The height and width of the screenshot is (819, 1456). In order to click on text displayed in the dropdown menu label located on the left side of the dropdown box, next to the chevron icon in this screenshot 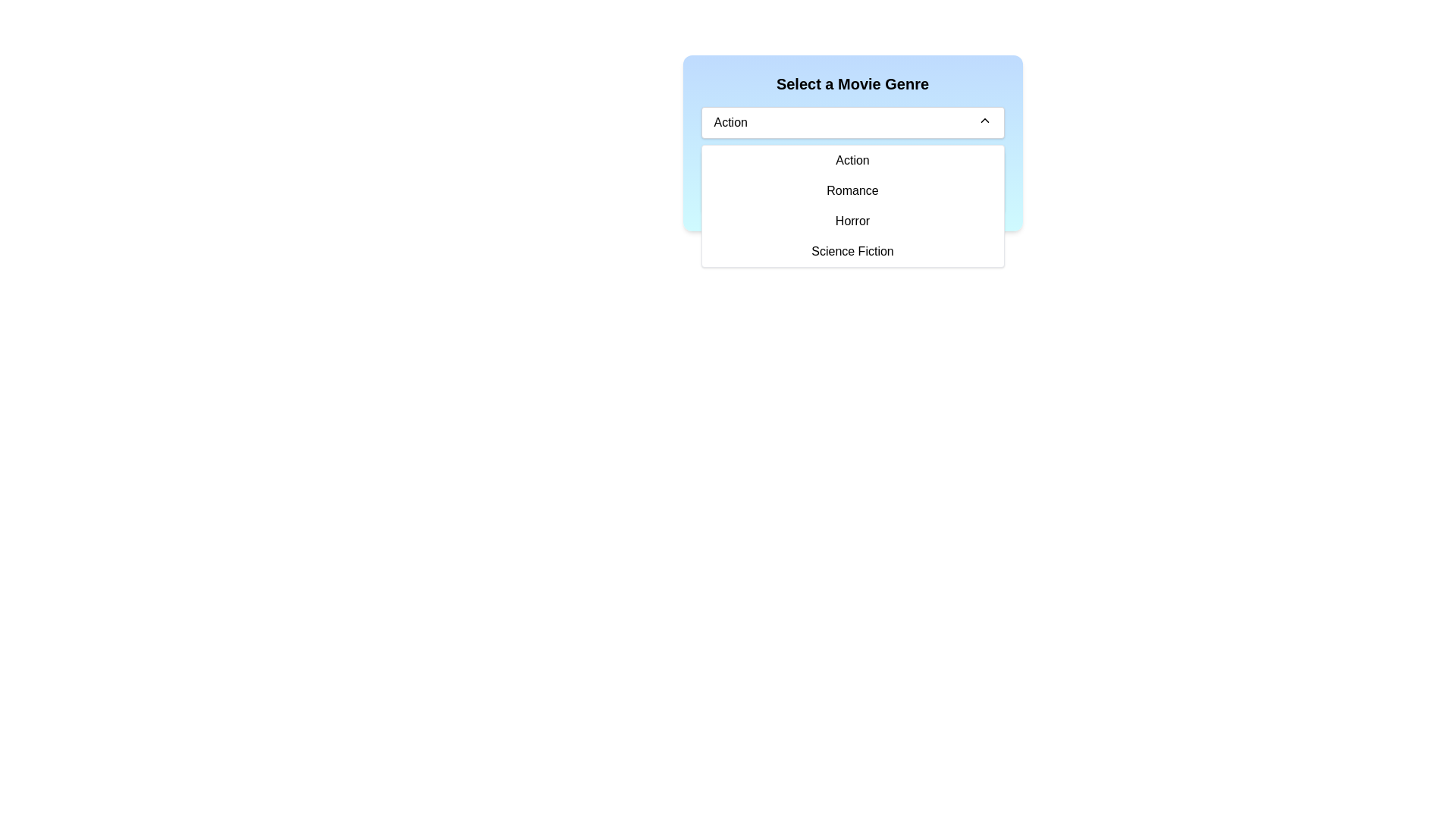, I will do `click(730, 122)`.